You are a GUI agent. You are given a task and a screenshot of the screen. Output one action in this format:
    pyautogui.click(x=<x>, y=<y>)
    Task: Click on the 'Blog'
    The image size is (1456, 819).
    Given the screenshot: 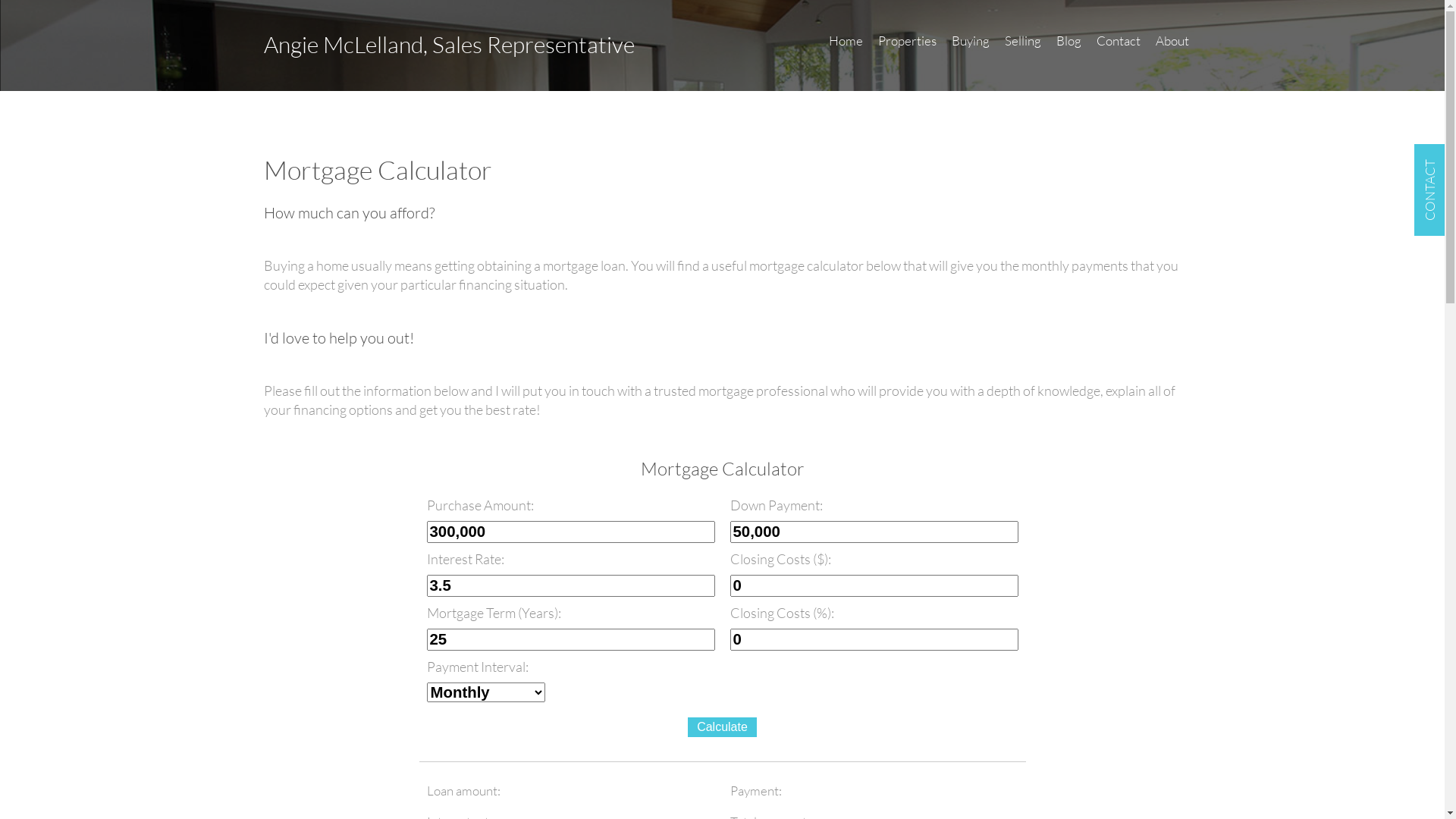 What is the action you would take?
    pyautogui.click(x=1047, y=45)
    